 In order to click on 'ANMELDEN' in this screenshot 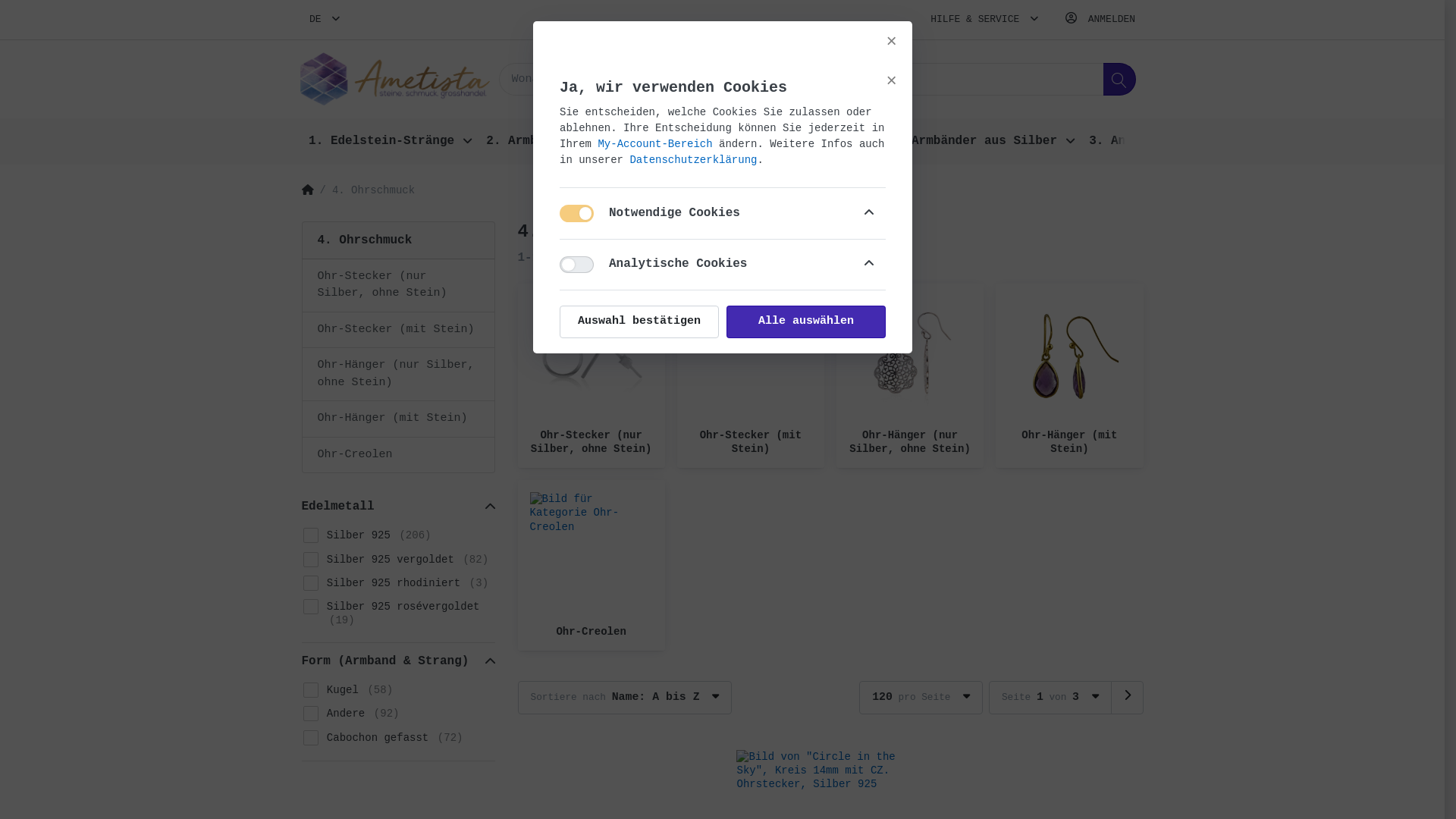, I will do `click(1100, 20)`.